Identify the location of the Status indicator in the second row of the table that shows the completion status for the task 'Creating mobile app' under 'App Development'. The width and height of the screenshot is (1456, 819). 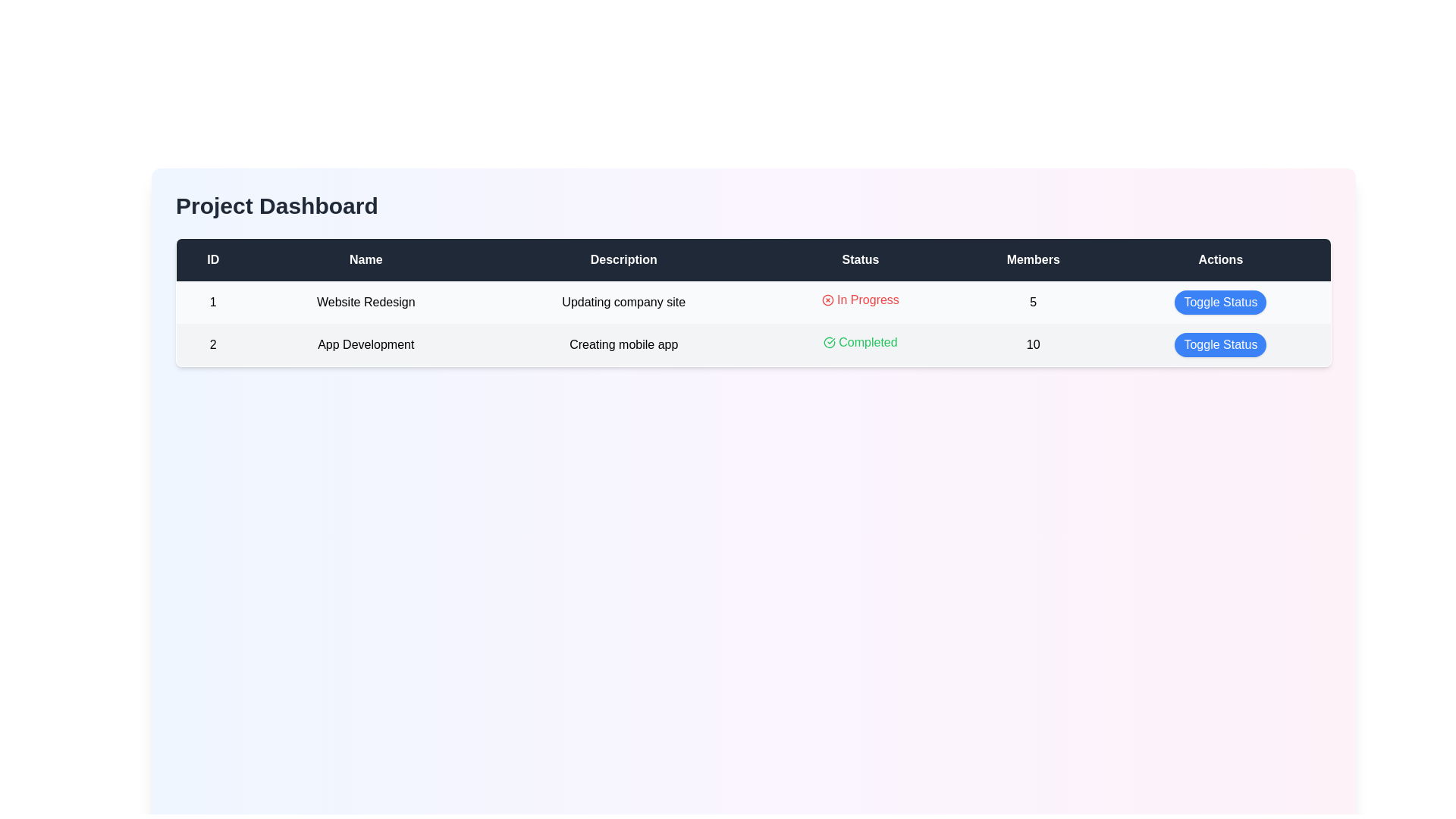
(860, 342).